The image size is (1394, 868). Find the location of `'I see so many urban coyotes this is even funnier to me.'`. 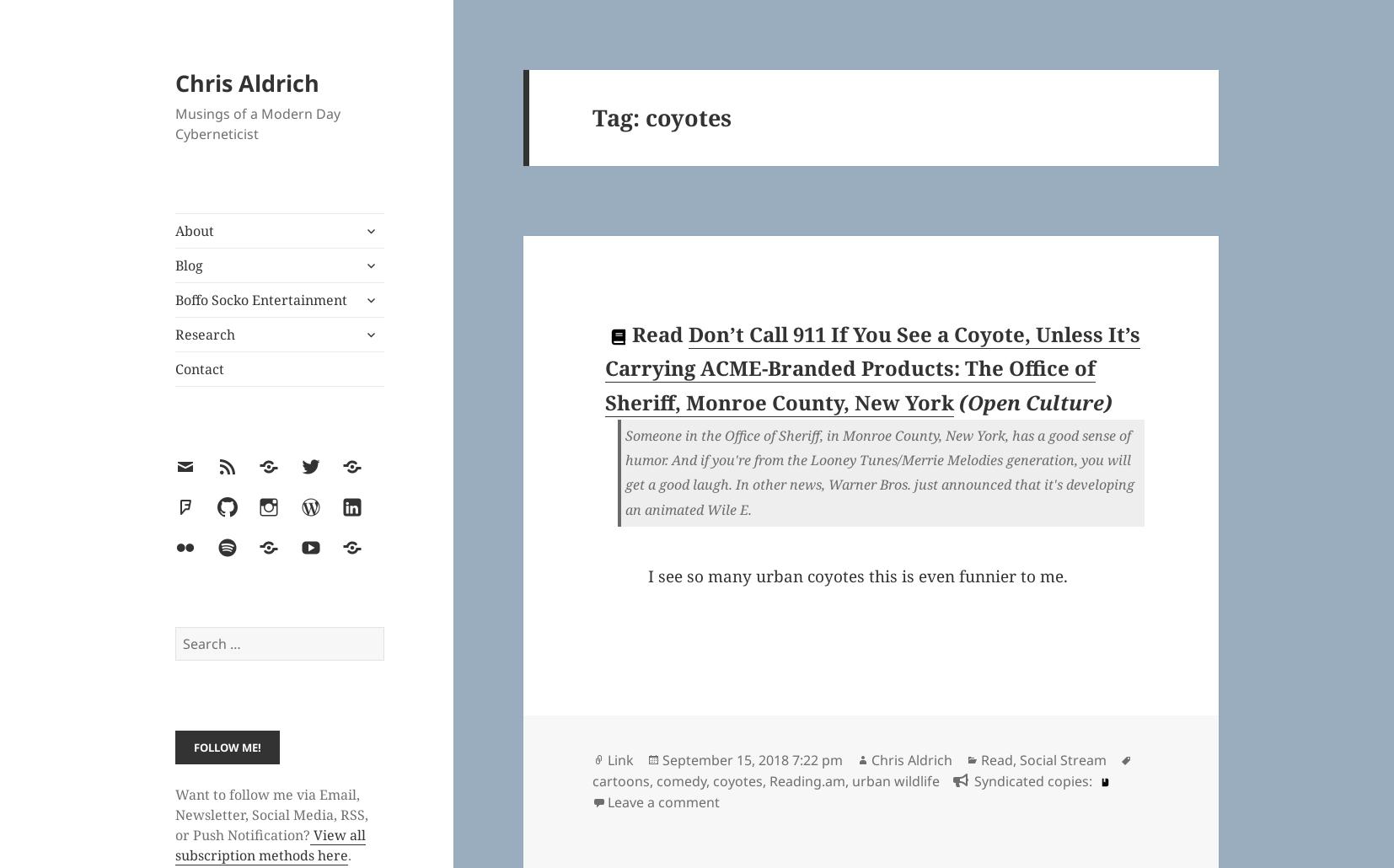

'I see so many urban coyotes this is even funnier to me.' is located at coordinates (647, 574).